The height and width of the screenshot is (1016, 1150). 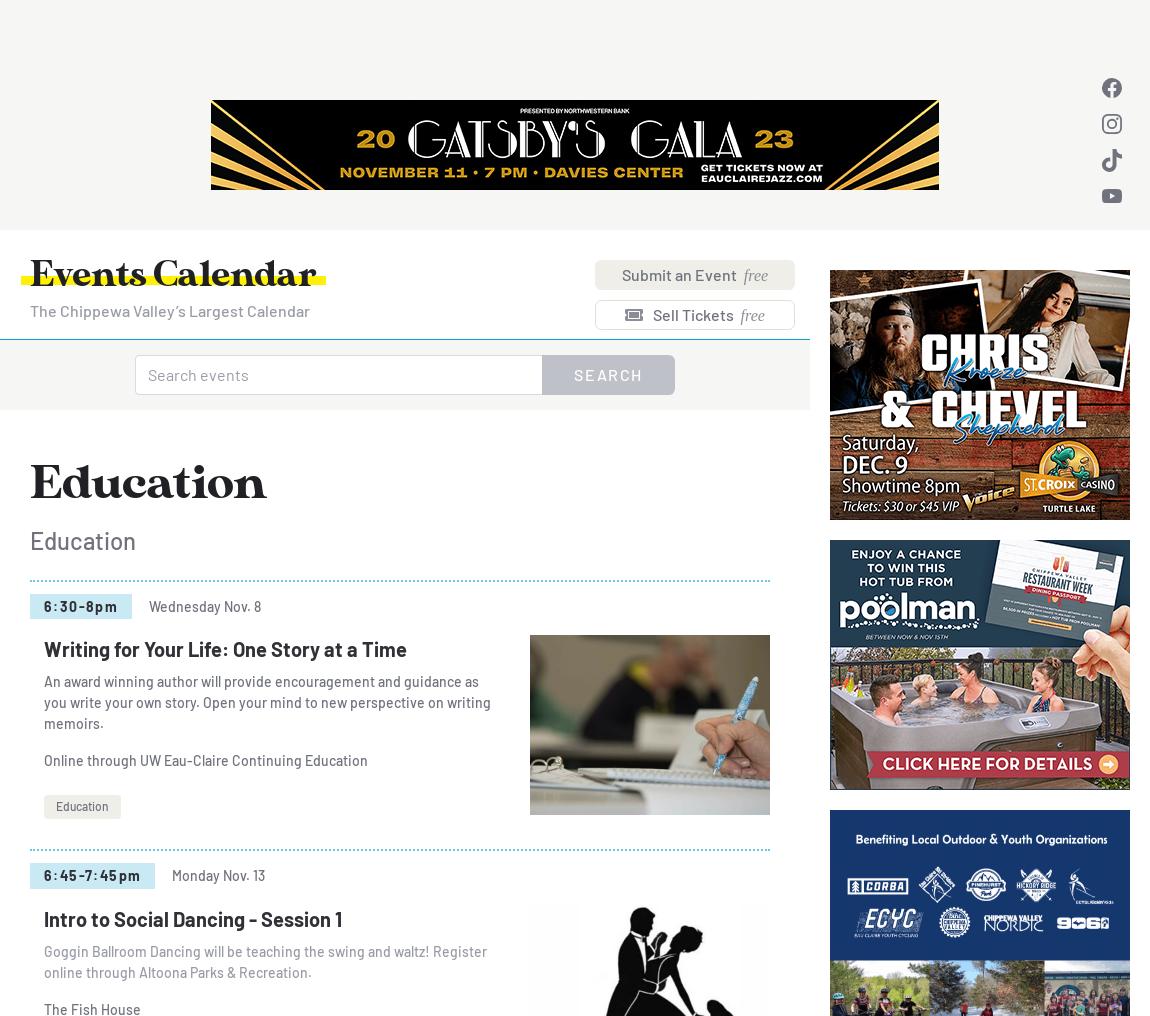 I want to click on 'Events Calendar', so click(x=172, y=275).